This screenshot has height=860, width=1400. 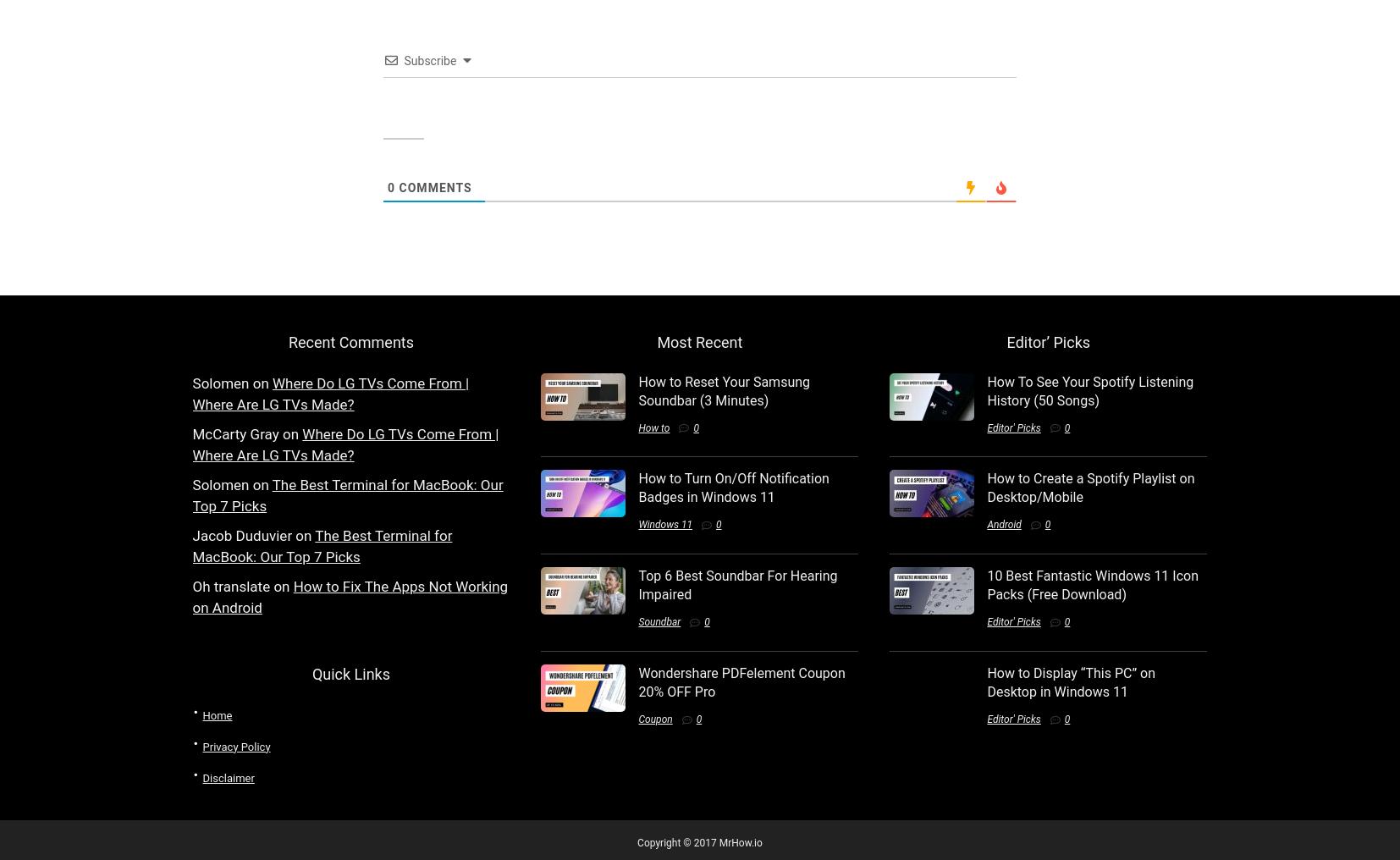 What do you see at coordinates (664, 524) in the screenshot?
I see `'Windows 11'` at bounding box center [664, 524].